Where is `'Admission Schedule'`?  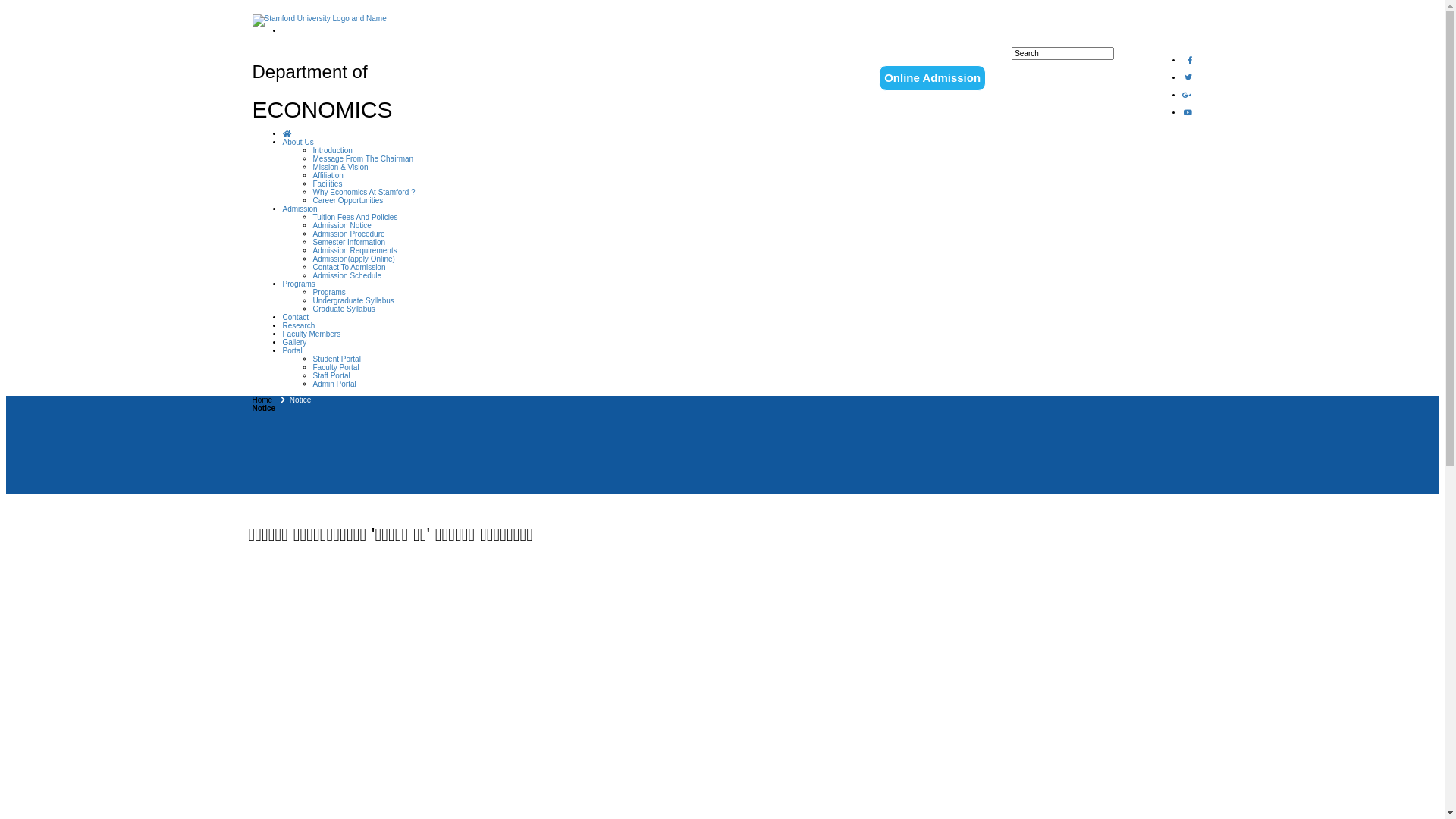
'Admission Schedule' is located at coordinates (346, 275).